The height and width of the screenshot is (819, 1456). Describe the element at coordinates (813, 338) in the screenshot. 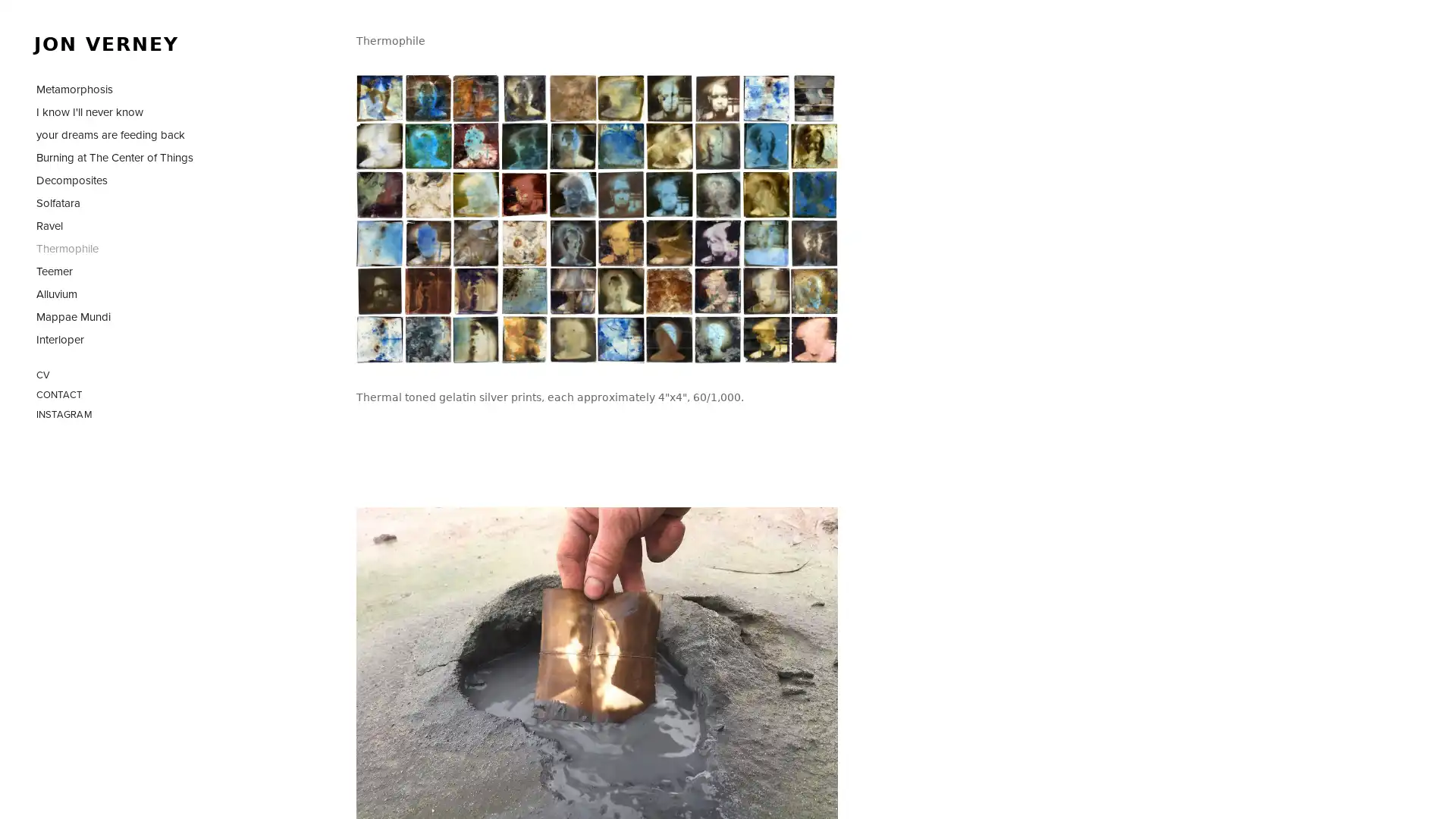

I see `View fullsize jon_verney_thermophile64.jpg` at that location.